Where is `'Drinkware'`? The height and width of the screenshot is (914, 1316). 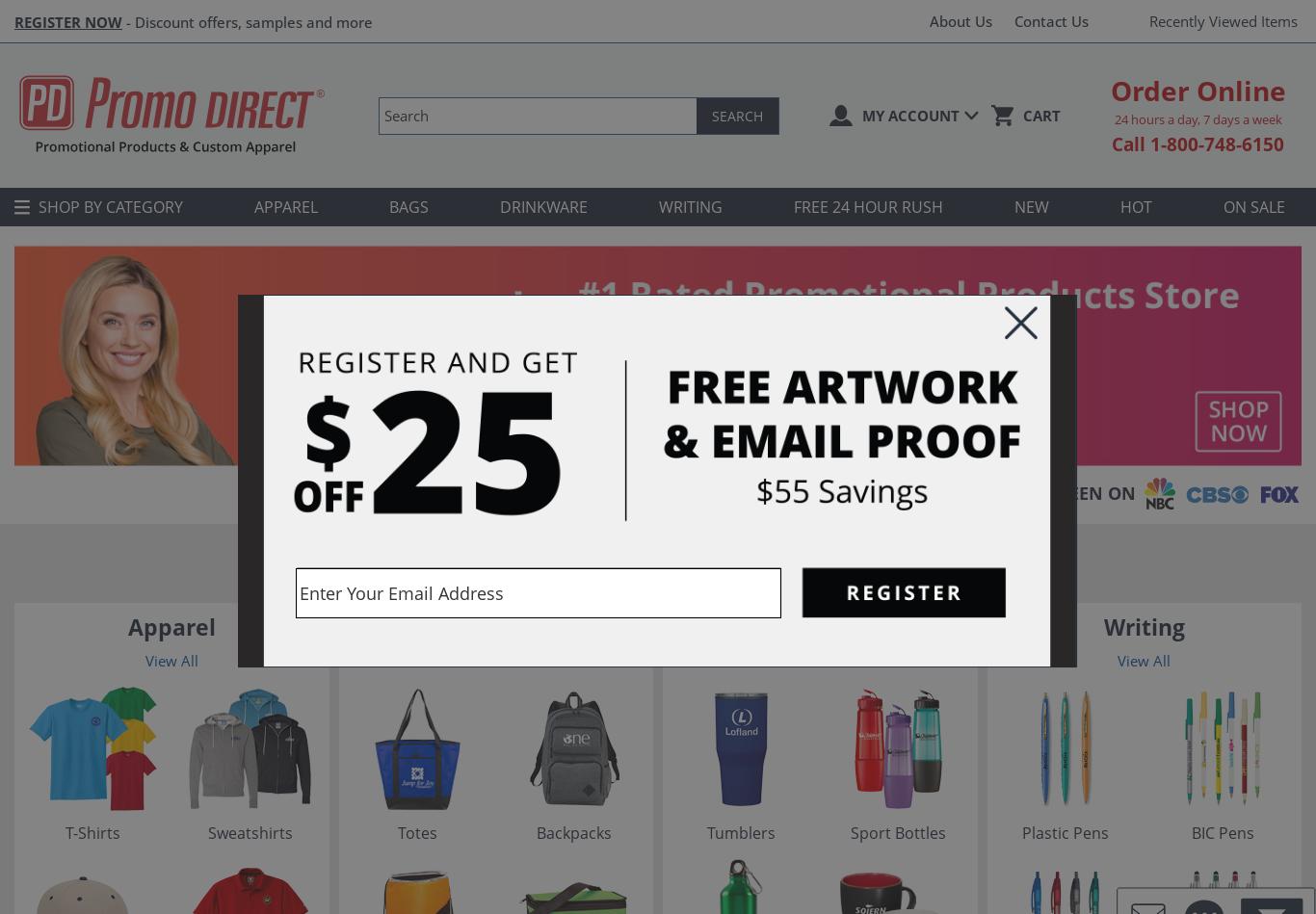 'Drinkware' is located at coordinates (818, 627).